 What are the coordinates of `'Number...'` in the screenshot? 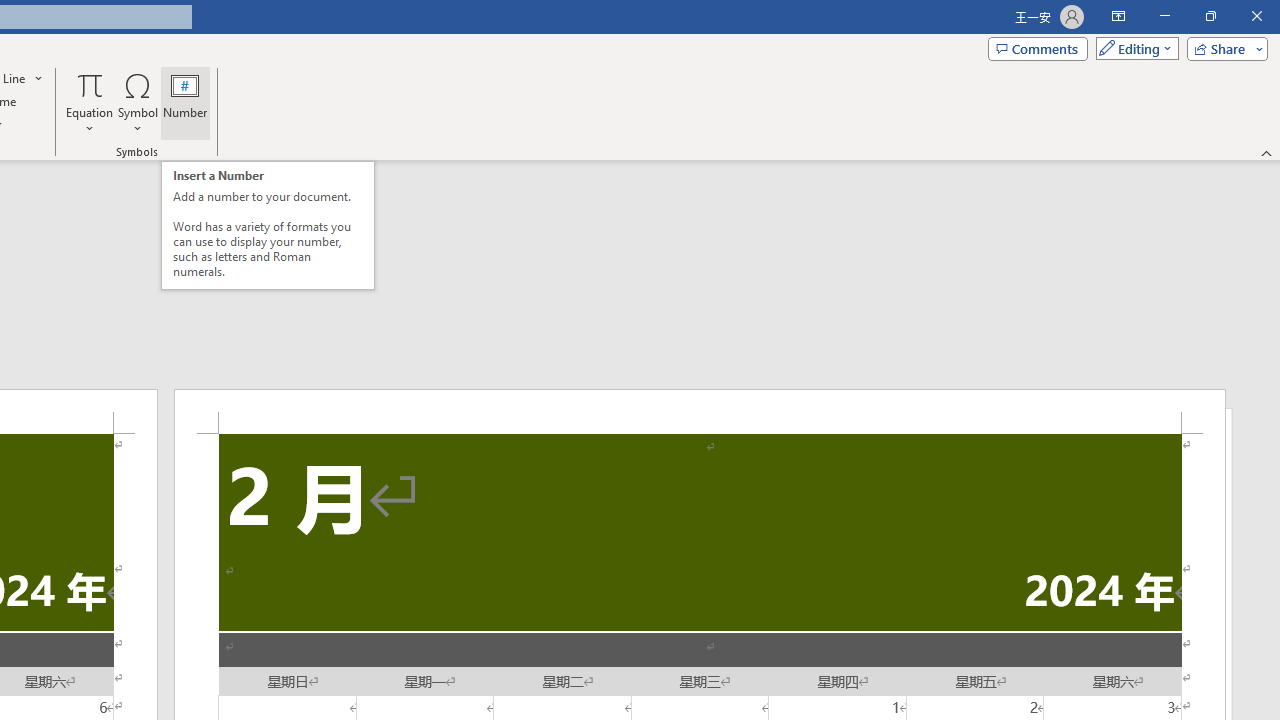 It's located at (185, 103).